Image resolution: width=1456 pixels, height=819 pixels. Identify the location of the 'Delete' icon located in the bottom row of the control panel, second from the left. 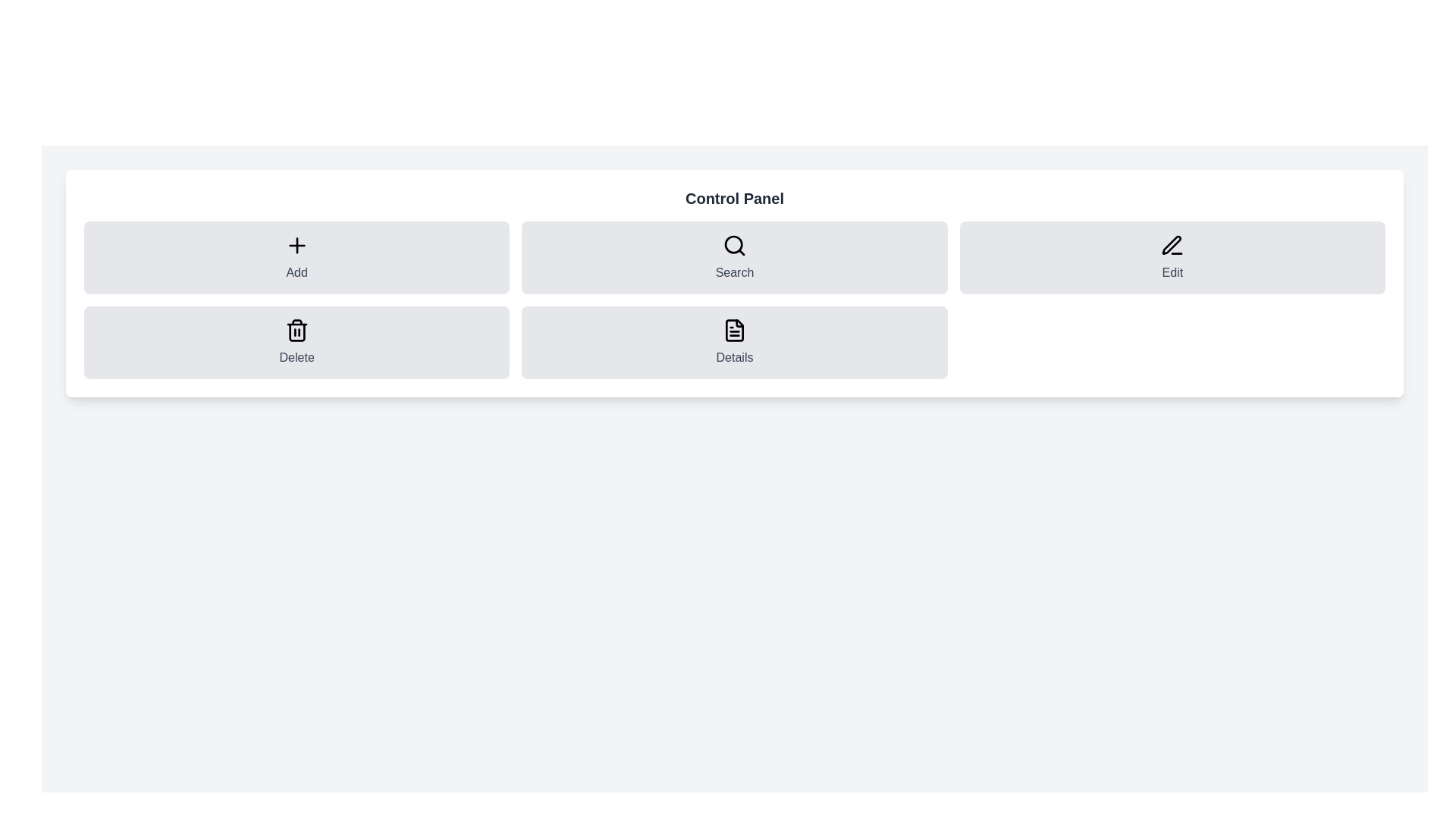
(297, 329).